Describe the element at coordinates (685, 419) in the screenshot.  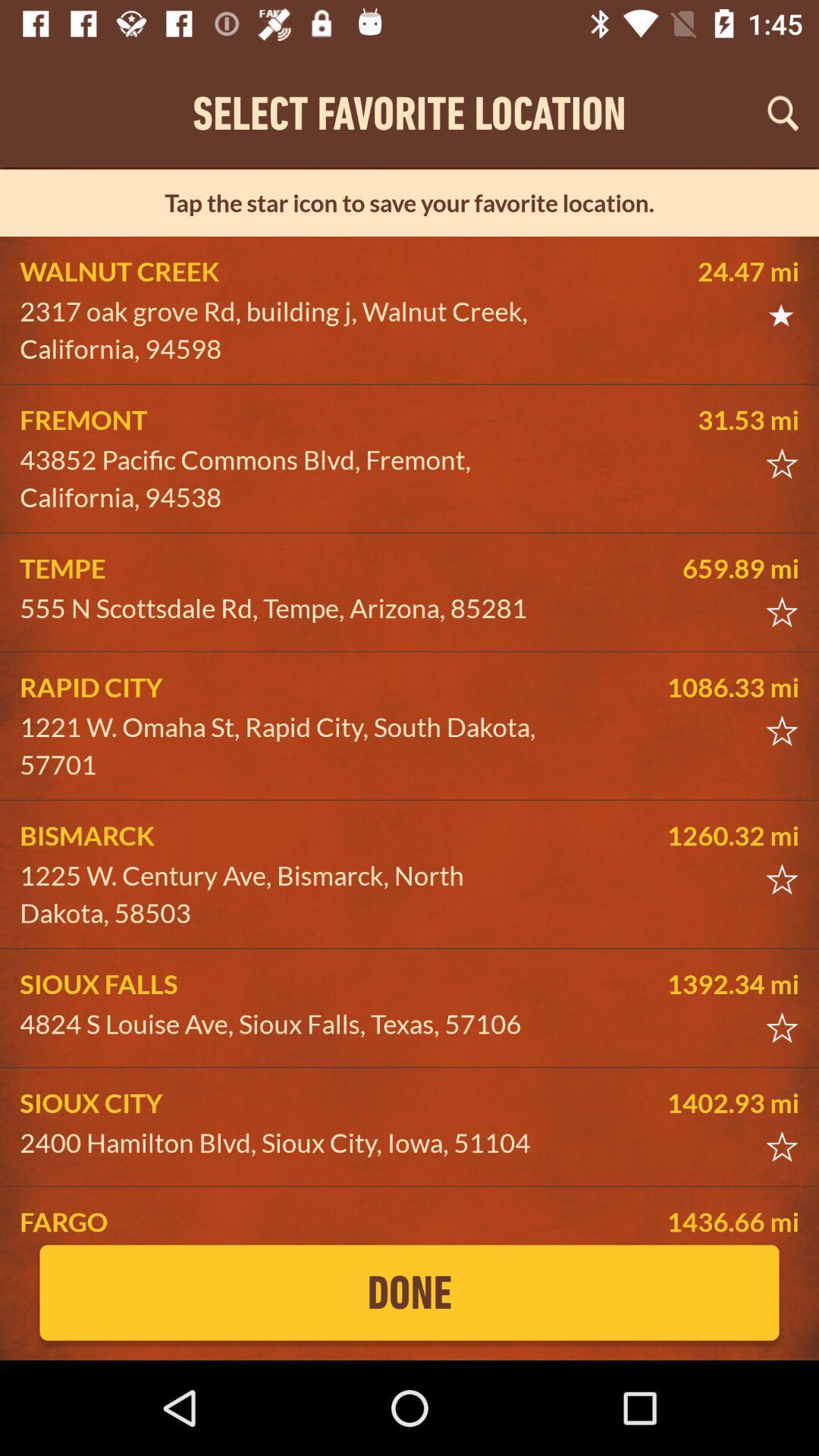
I see `the item next to fremont` at that location.